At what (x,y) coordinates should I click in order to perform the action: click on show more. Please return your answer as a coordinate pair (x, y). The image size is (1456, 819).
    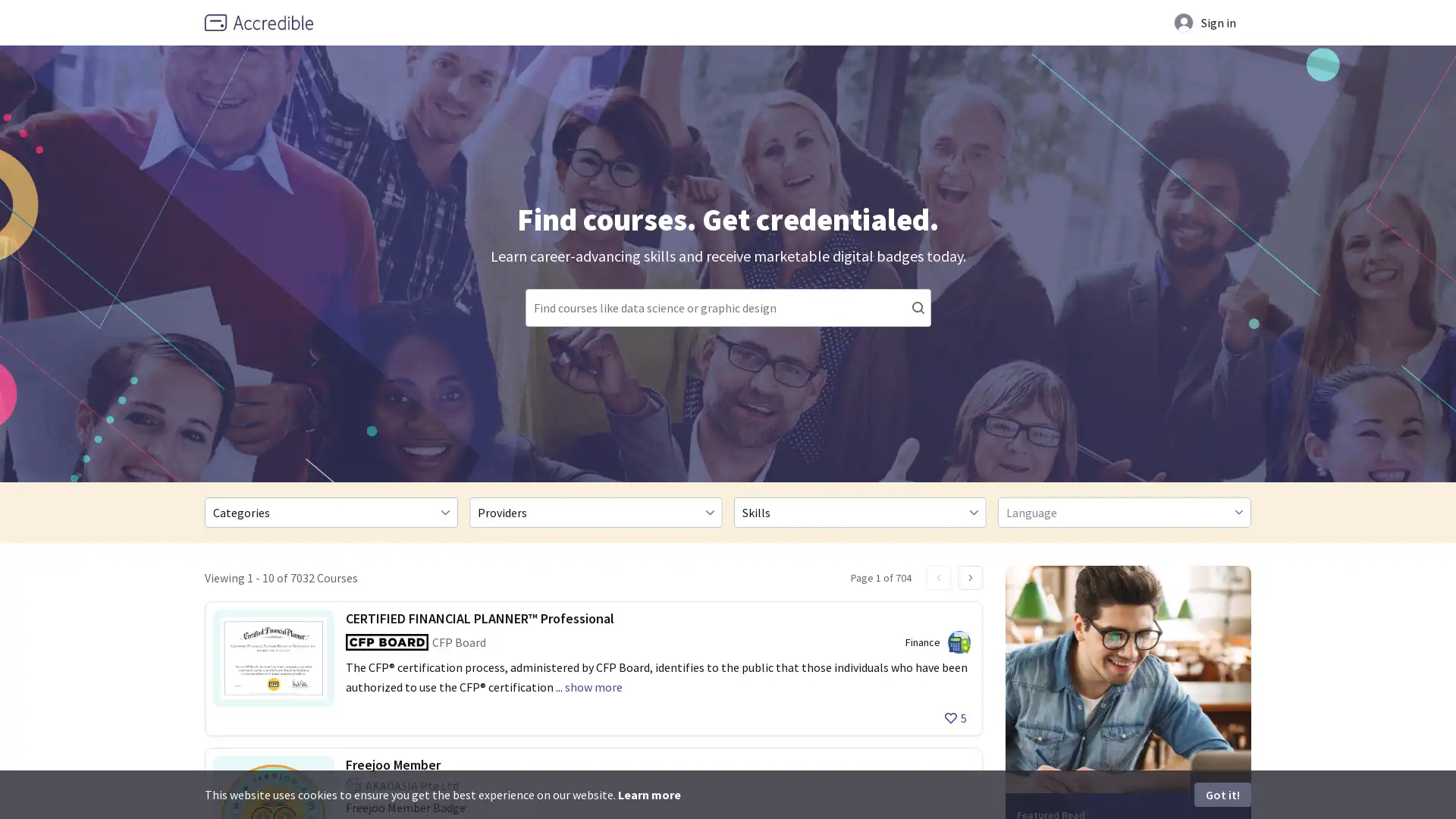
    Looking at the image, I should click on (592, 687).